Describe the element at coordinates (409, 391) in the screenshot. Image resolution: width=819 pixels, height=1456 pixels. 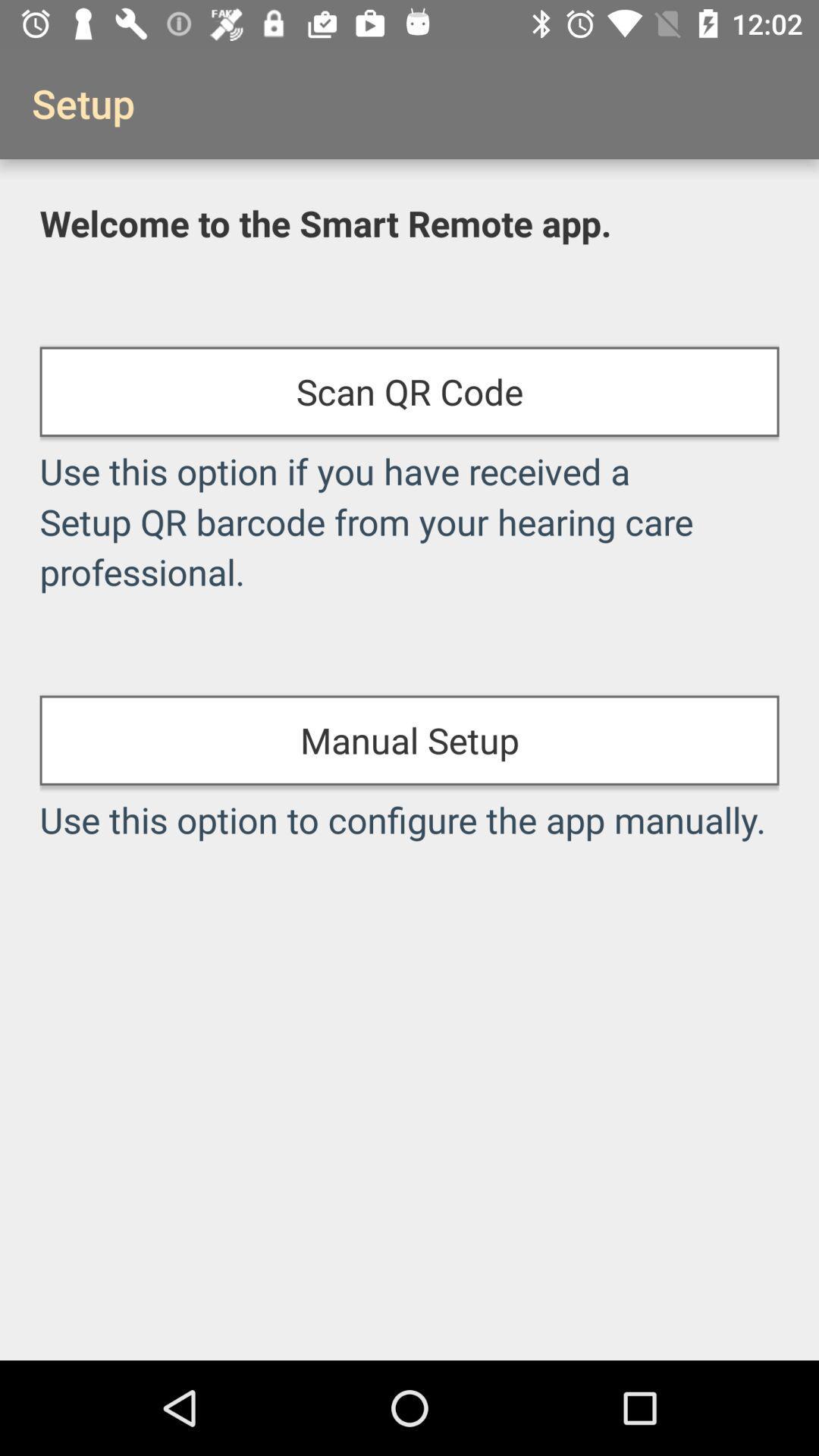
I see `the scan qr code` at that location.